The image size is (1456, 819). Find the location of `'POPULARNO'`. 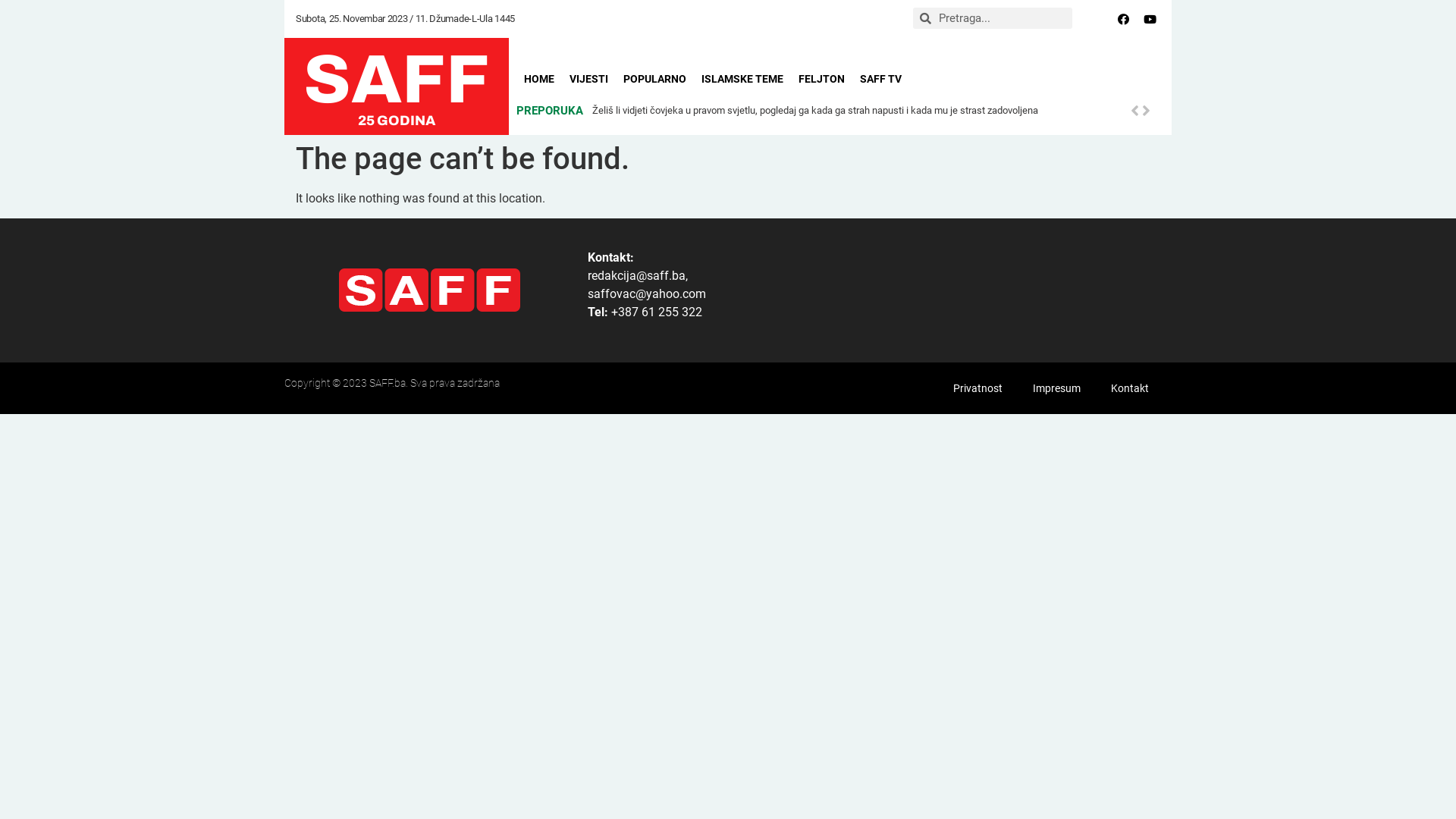

'POPULARNO' is located at coordinates (654, 79).